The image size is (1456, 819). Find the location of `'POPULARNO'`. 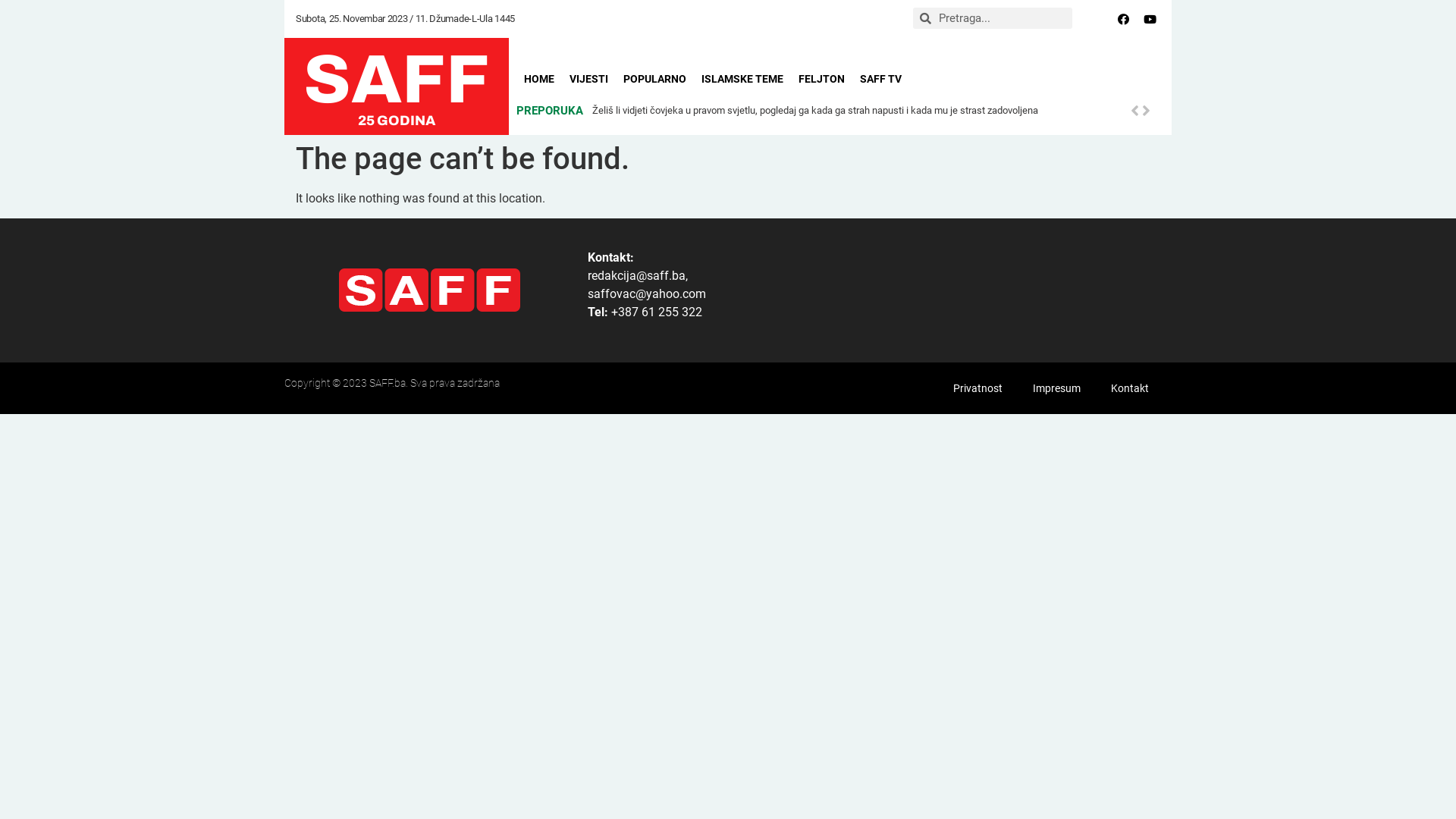

'POPULARNO' is located at coordinates (654, 79).